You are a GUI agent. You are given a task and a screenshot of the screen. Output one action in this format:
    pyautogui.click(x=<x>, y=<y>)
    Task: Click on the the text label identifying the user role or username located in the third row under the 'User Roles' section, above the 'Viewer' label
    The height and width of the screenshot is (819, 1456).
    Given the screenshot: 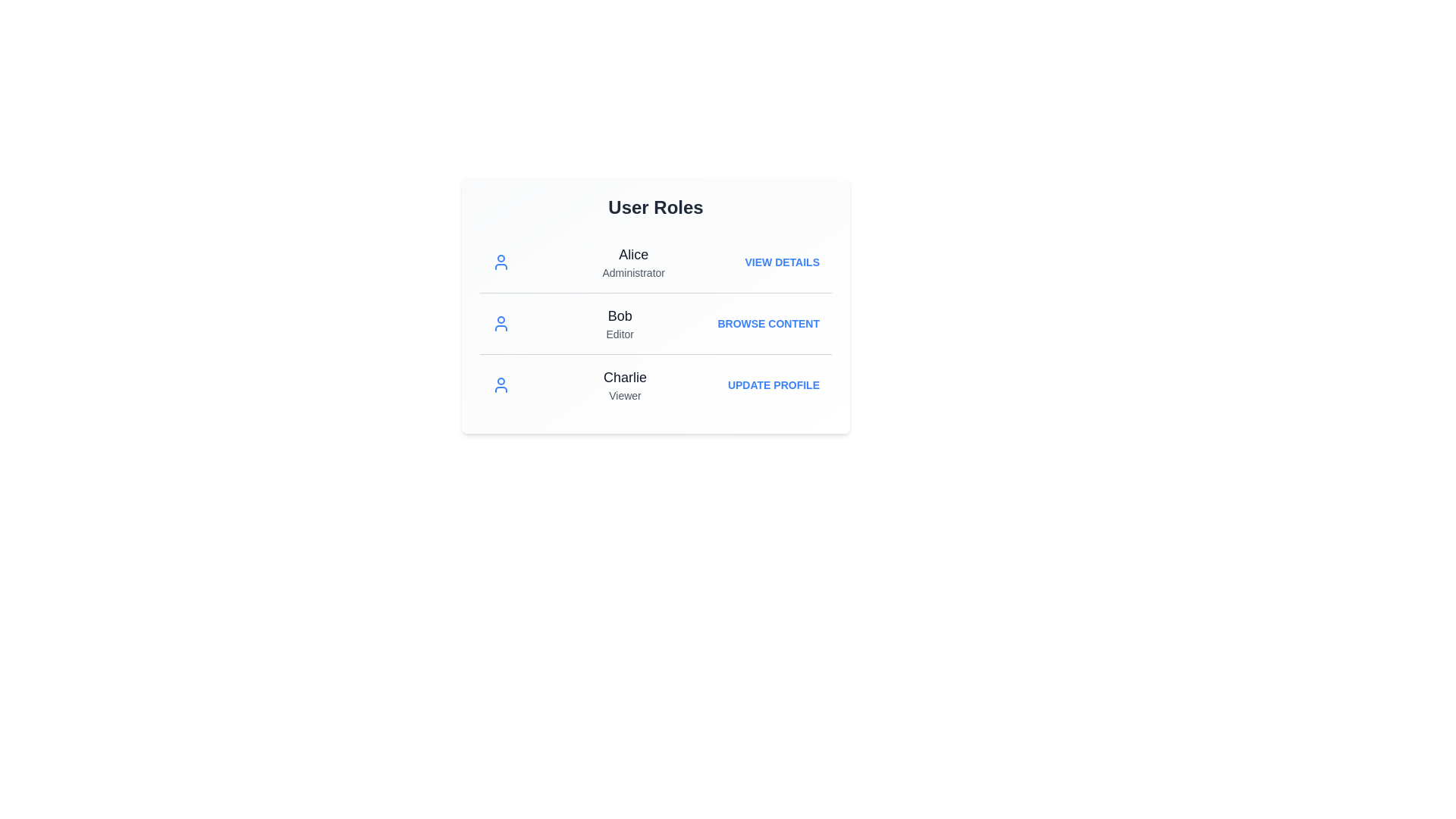 What is the action you would take?
    pyautogui.click(x=625, y=376)
    